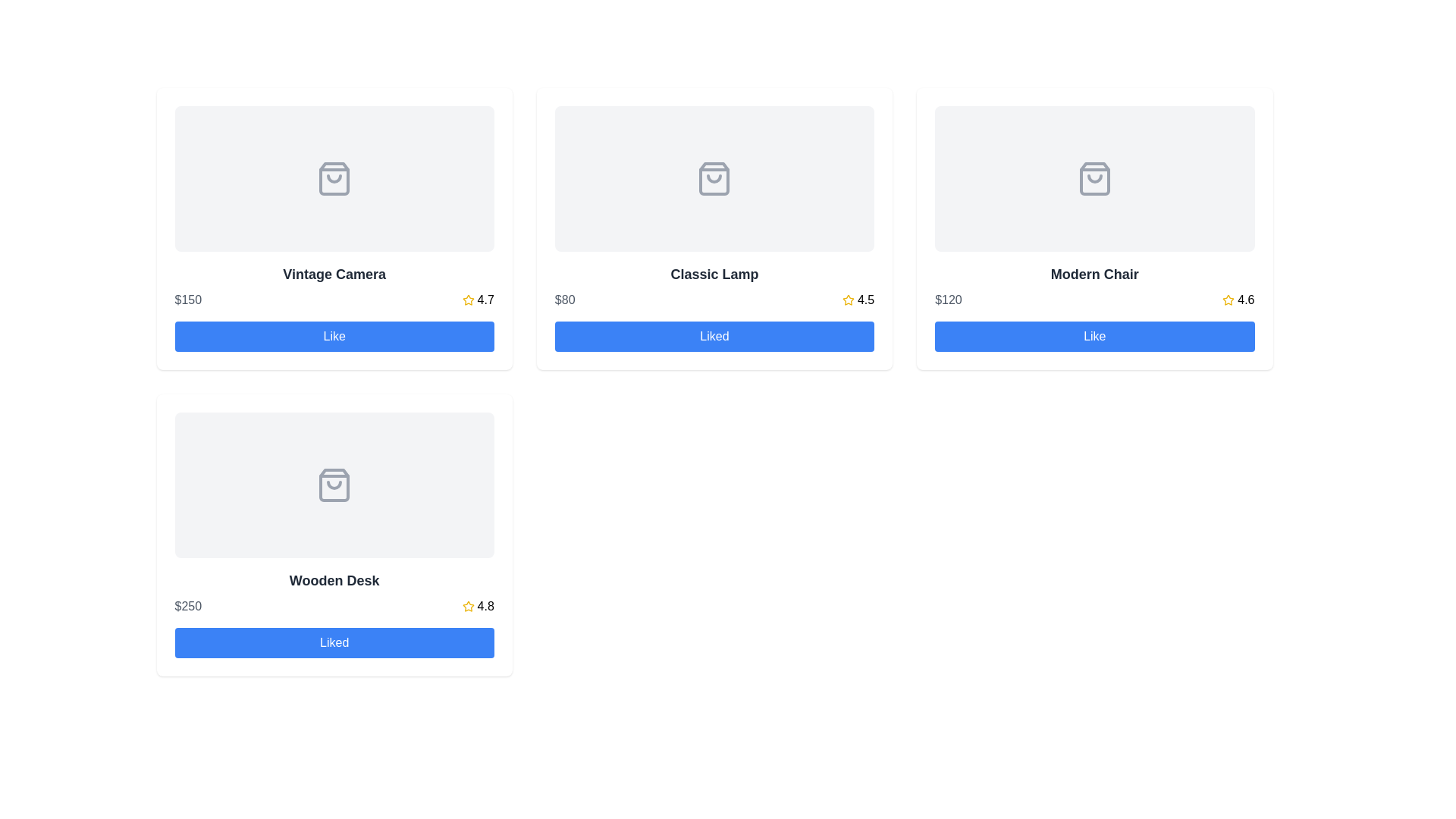 The image size is (1456, 819). Describe the element at coordinates (334, 335) in the screenshot. I see `the button that expresses interest for the 'Vintage Camera' product, located below the price '$150' and rating '4.7'` at that location.